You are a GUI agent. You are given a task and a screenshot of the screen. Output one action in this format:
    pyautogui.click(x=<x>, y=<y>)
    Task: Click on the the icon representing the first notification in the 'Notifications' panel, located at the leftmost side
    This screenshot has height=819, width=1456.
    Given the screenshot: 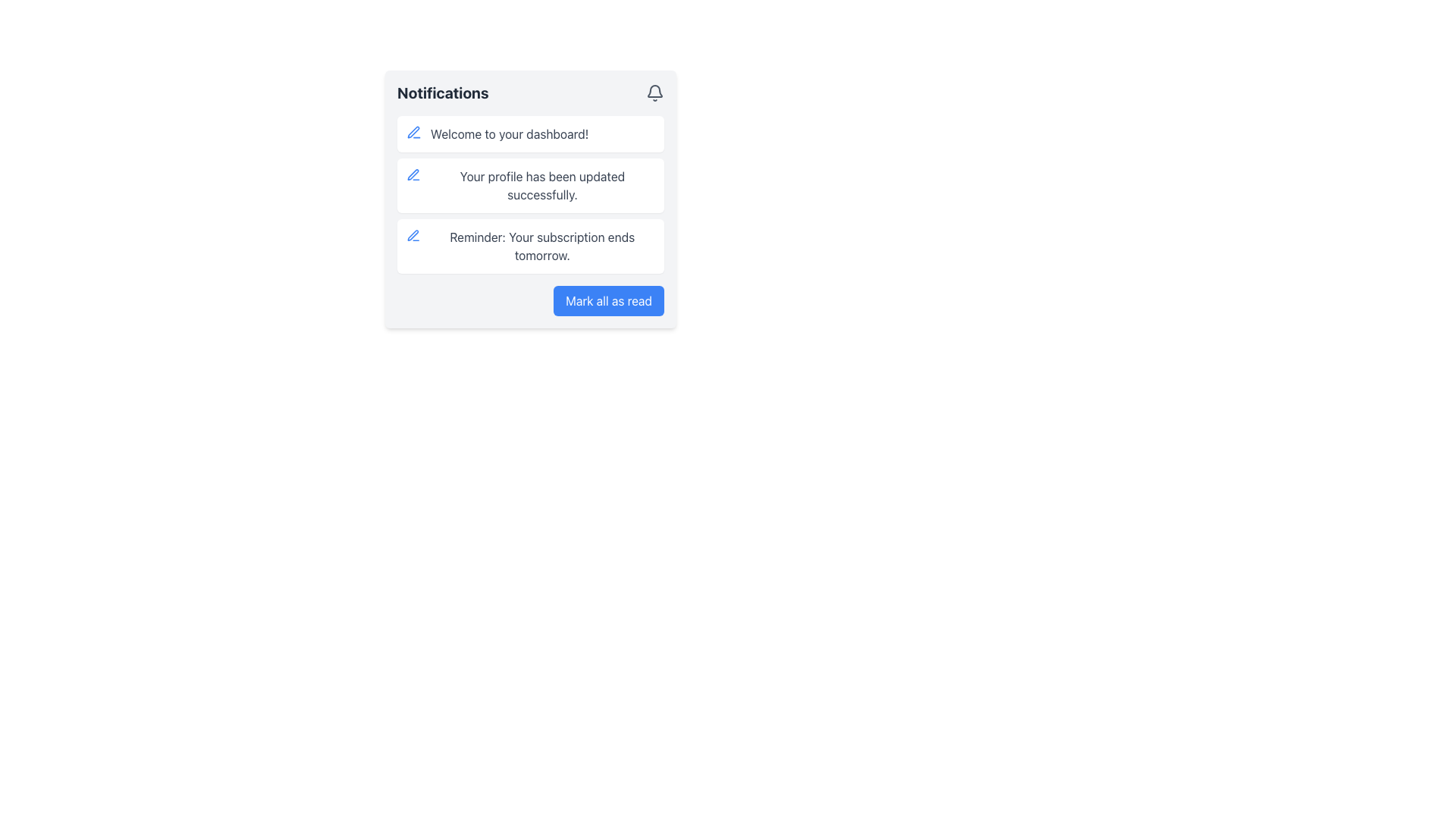 What is the action you would take?
    pyautogui.click(x=414, y=131)
    